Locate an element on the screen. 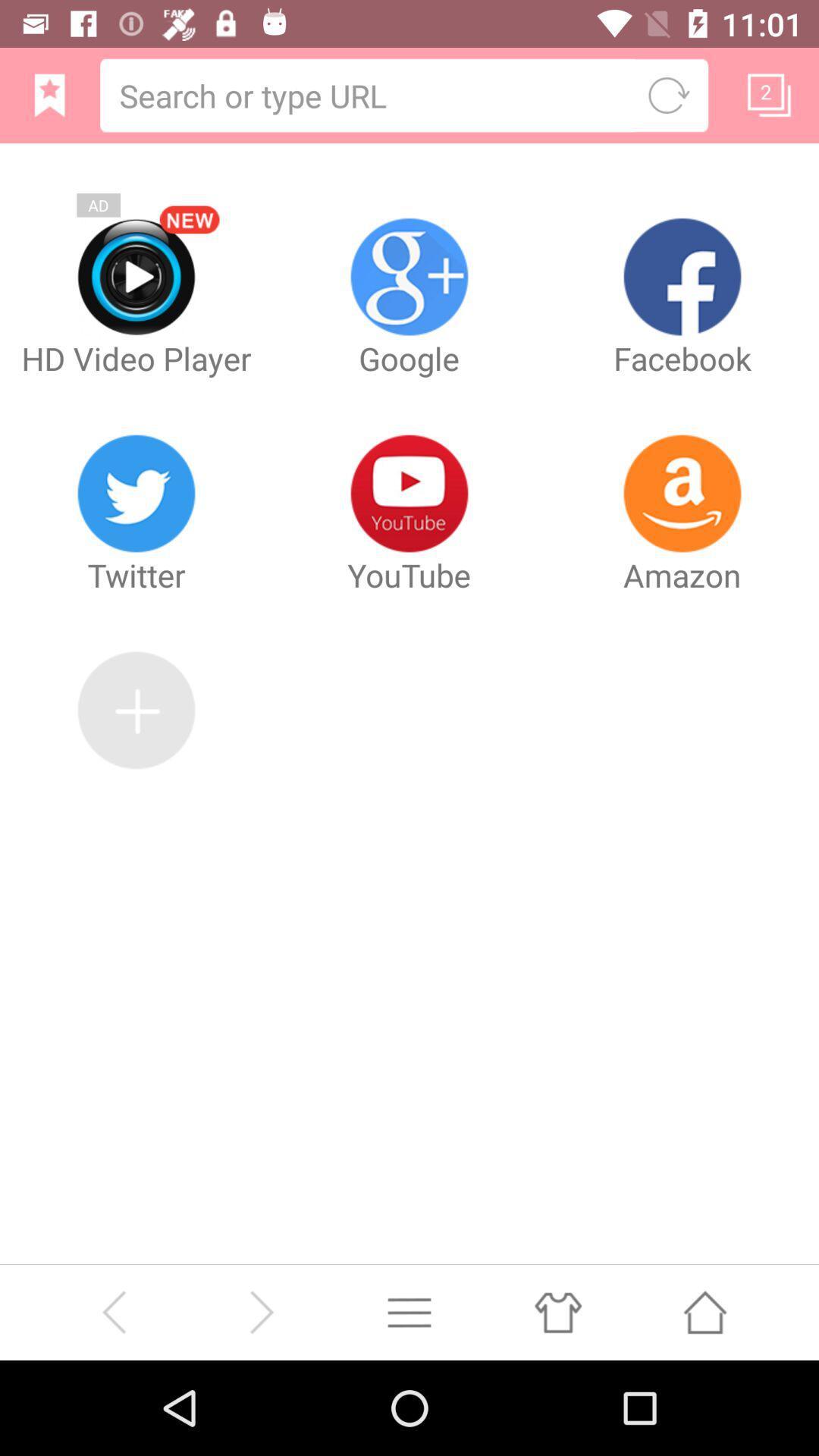  back is located at coordinates (113, 1311).